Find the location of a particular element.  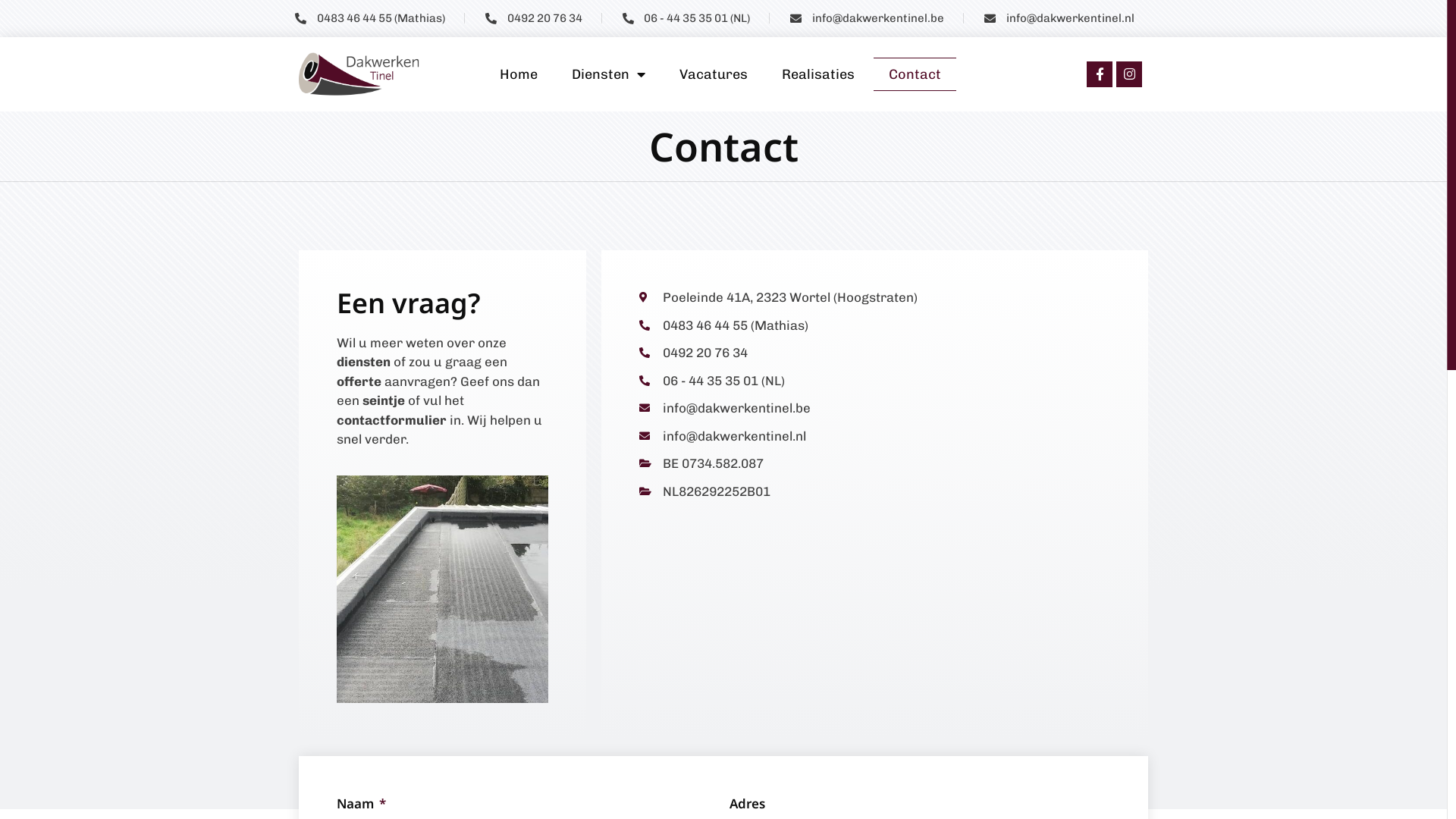

'06 - 44 35 35 01 (NL)' is located at coordinates (685, 18).